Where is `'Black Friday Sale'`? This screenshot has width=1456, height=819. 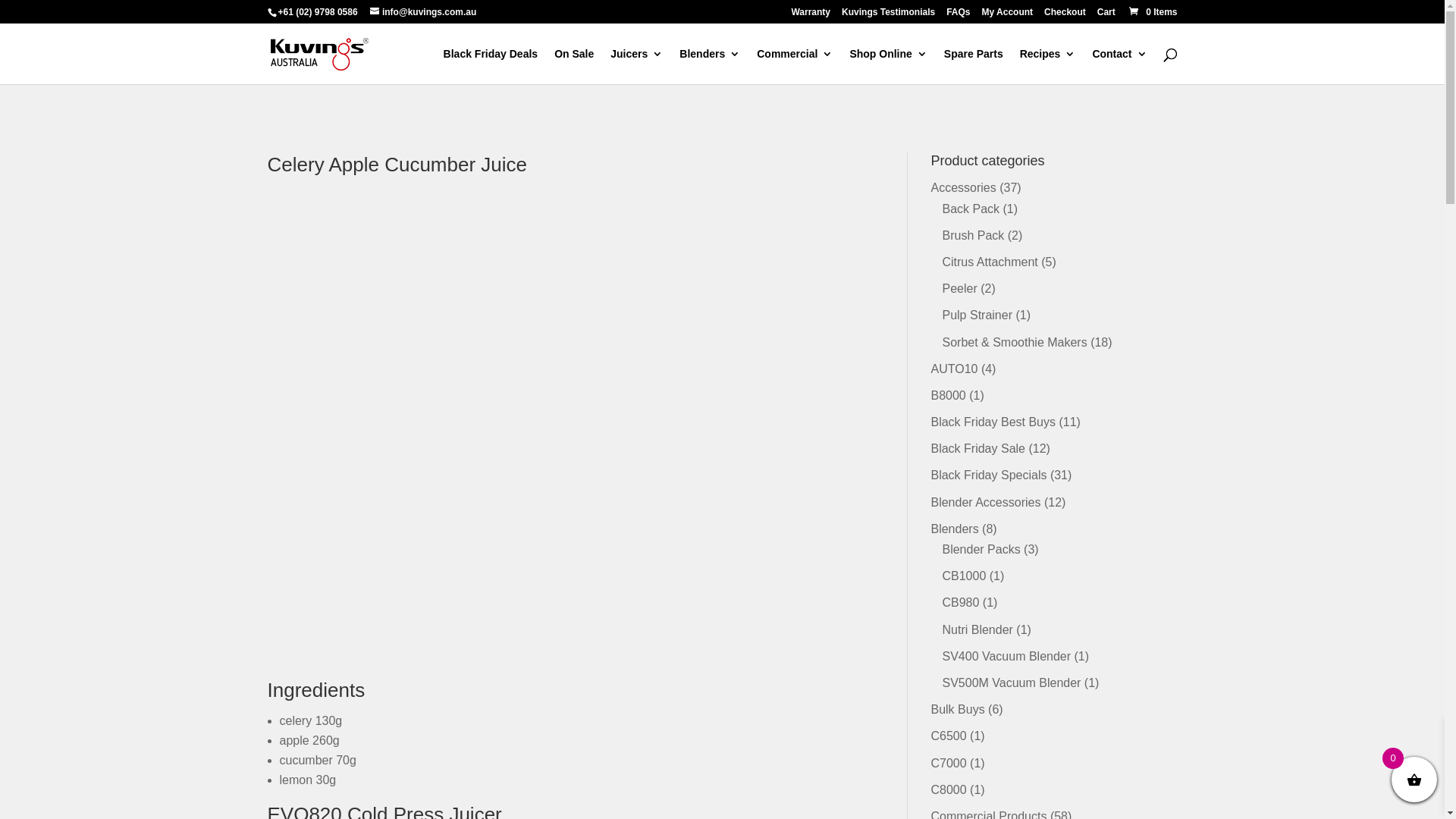
'Black Friday Sale' is located at coordinates (977, 447).